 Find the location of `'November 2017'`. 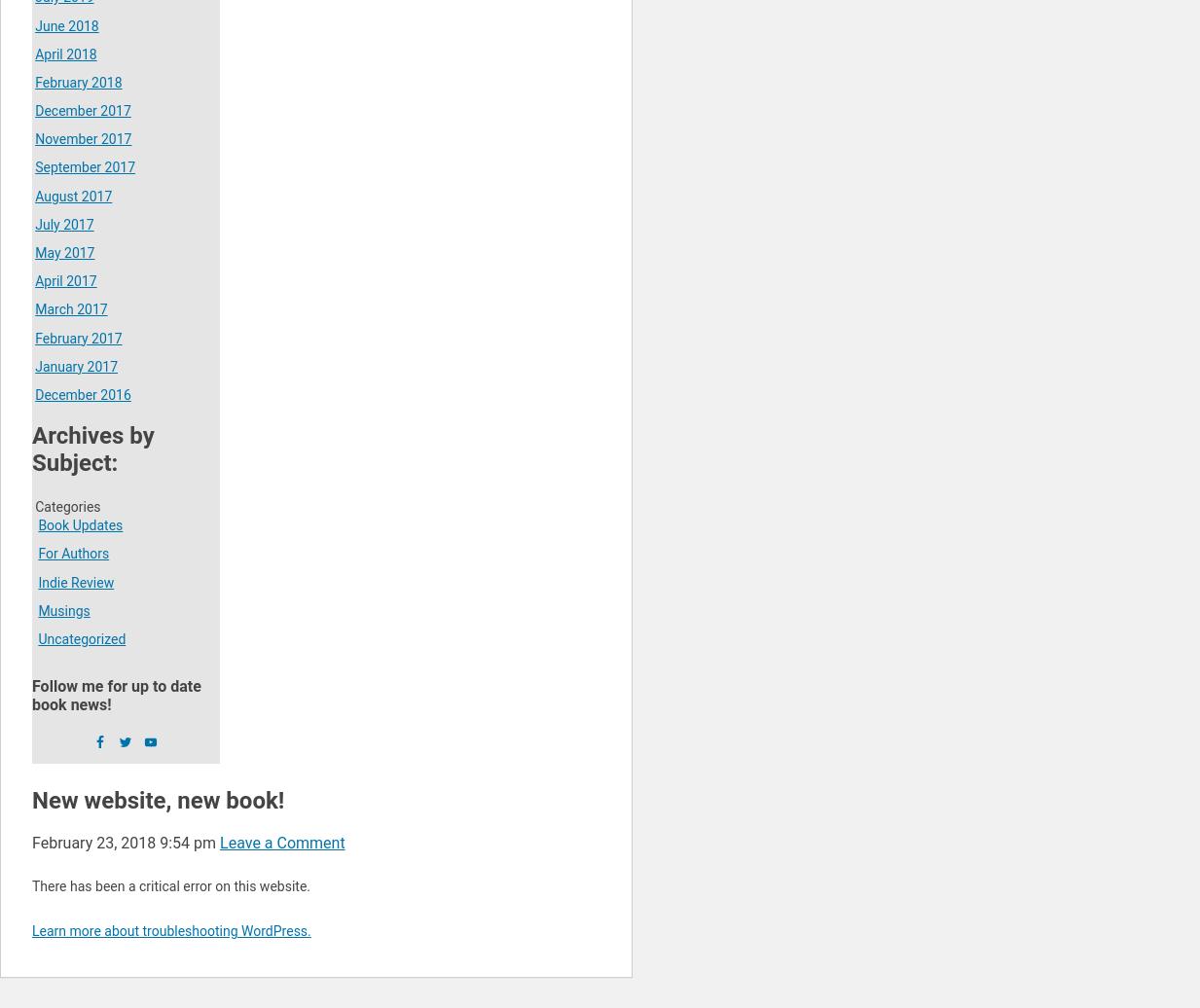

'November 2017' is located at coordinates (82, 138).